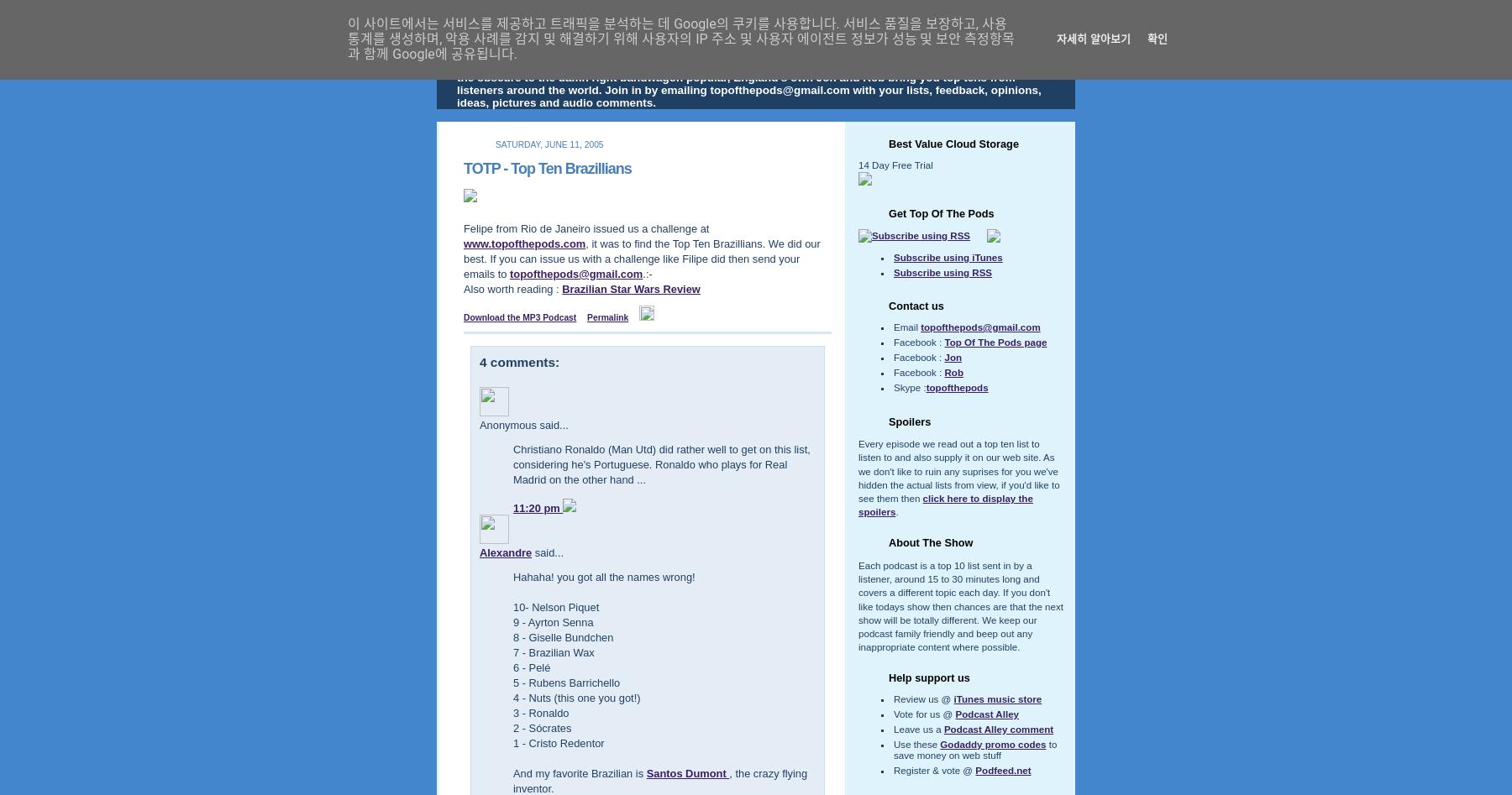  Describe the element at coordinates (524, 243) in the screenshot. I see `'www.topofthepods.com'` at that location.